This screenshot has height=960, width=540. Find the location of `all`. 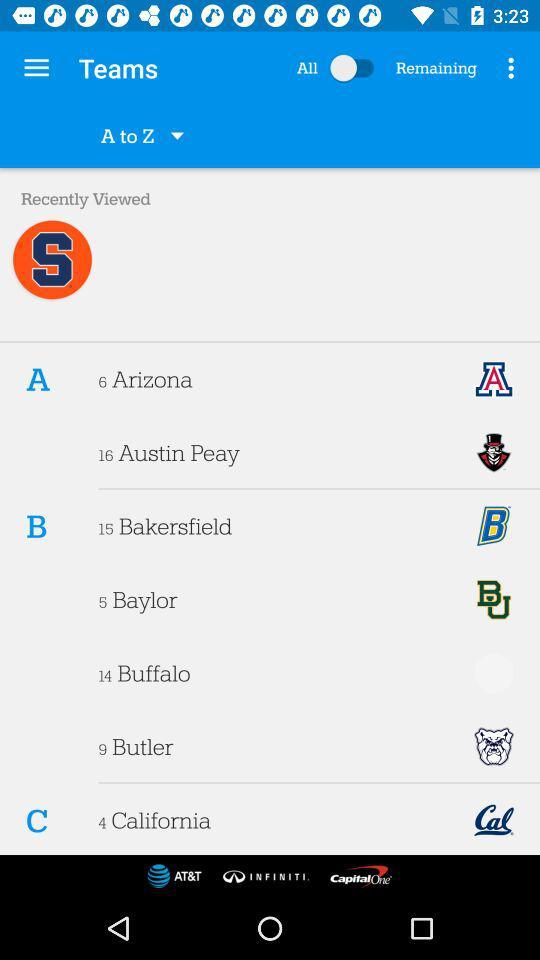

all is located at coordinates (355, 68).